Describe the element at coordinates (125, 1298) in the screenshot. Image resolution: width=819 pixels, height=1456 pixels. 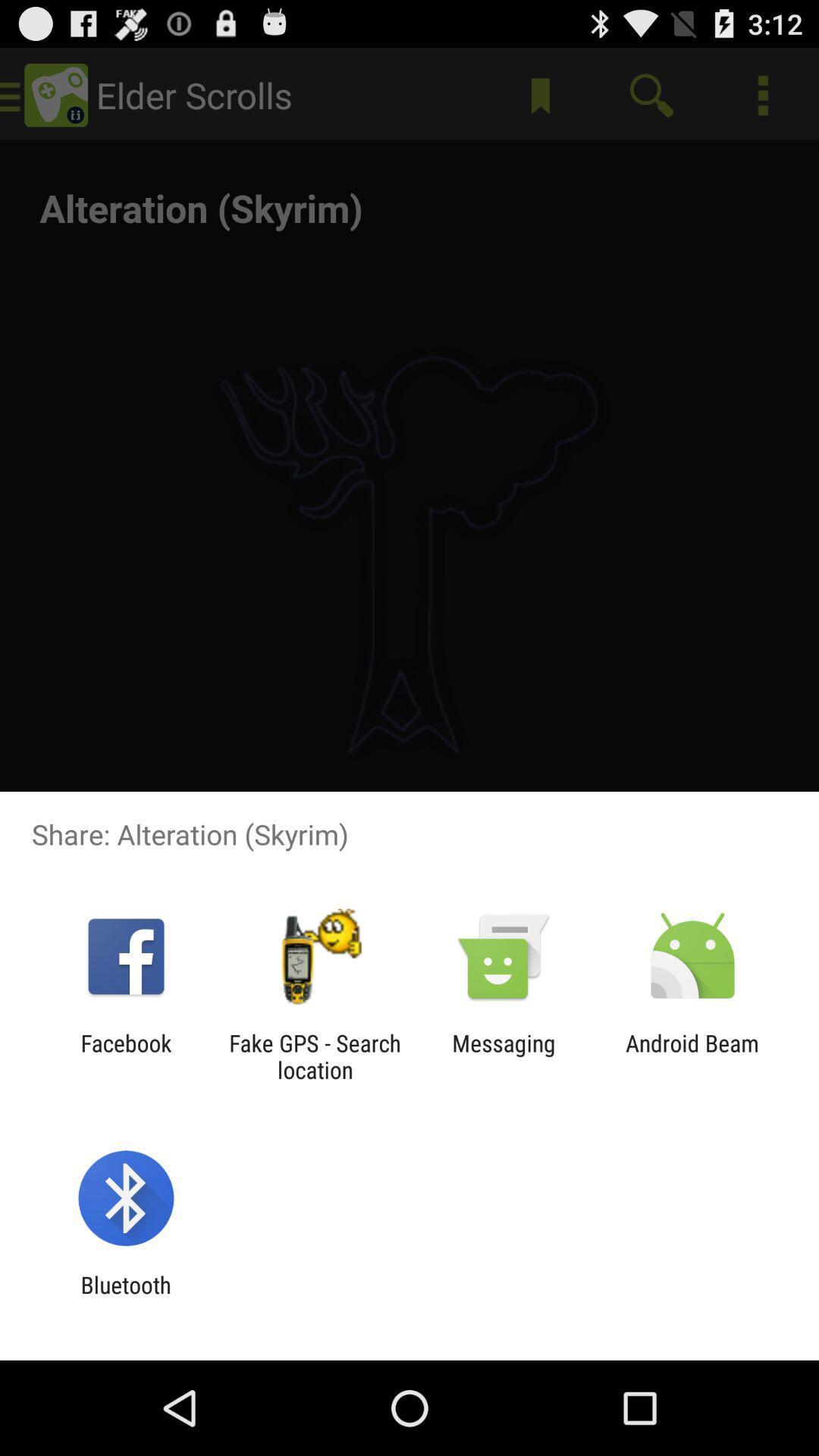
I see `bluetooth` at that location.